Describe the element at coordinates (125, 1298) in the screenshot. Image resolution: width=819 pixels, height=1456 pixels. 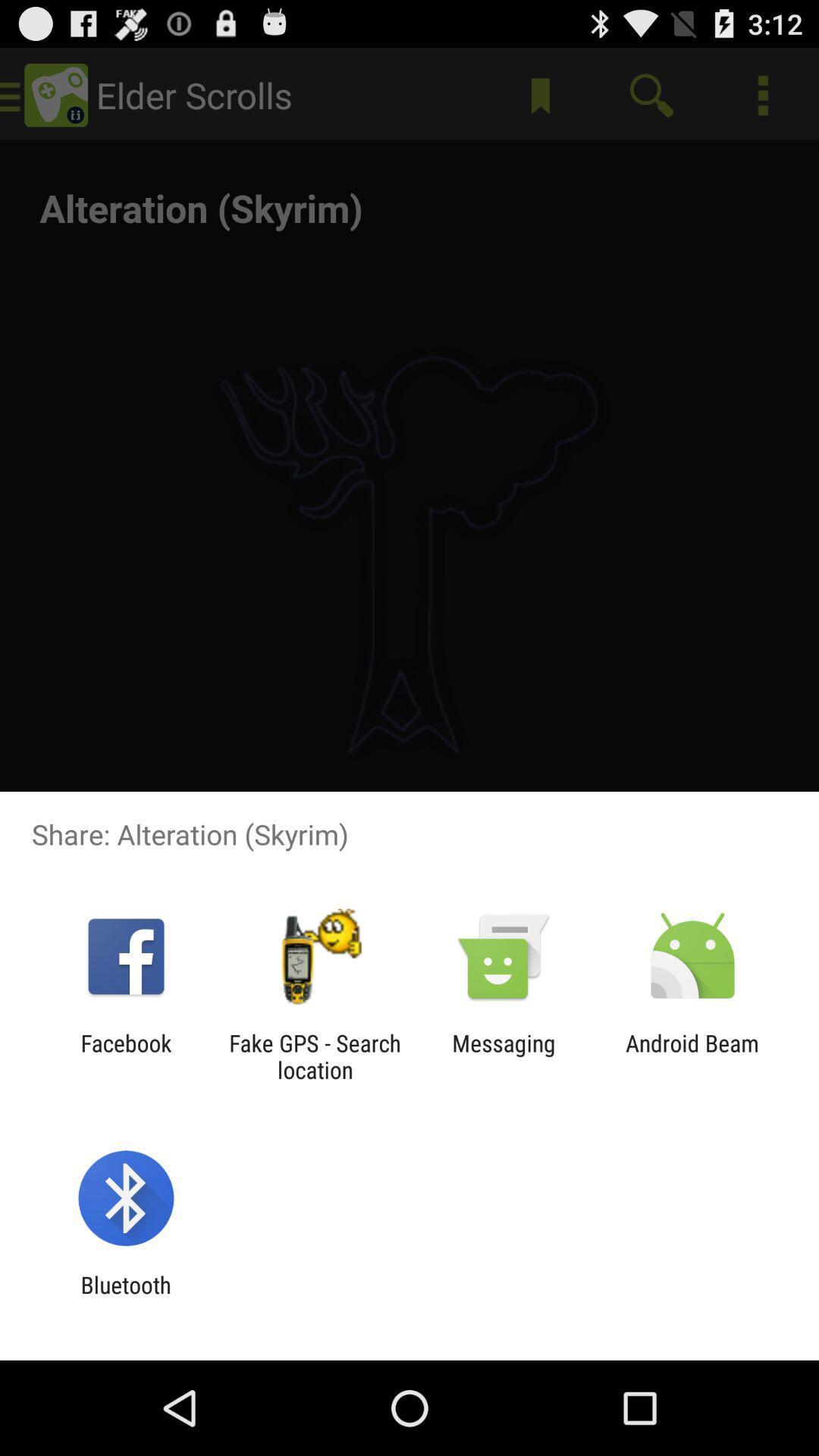
I see `bluetooth` at that location.